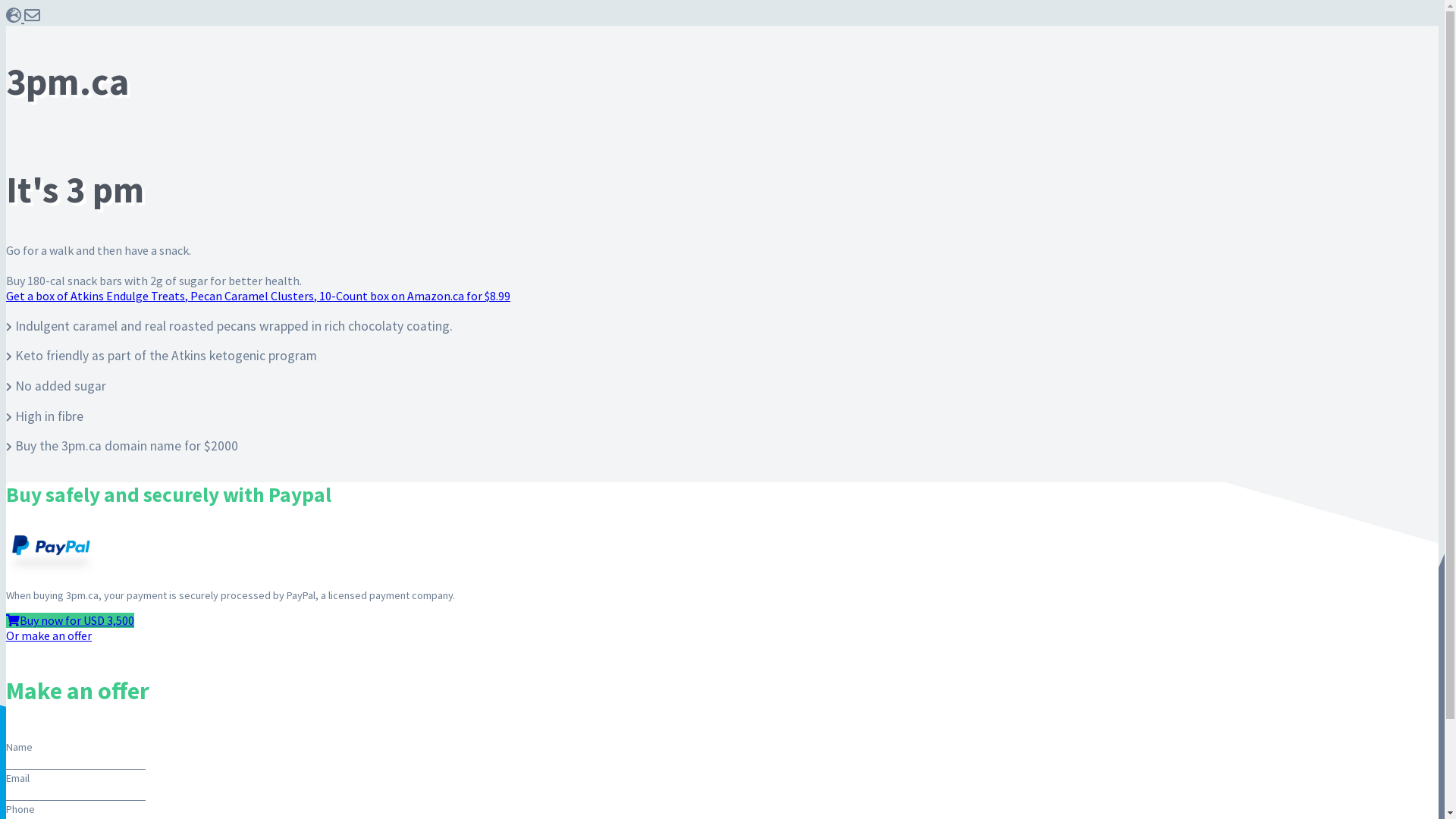 The width and height of the screenshot is (1456, 819). What do you see at coordinates (49, 635) in the screenshot?
I see `'Or make an offer'` at bounding box center [49, 635].